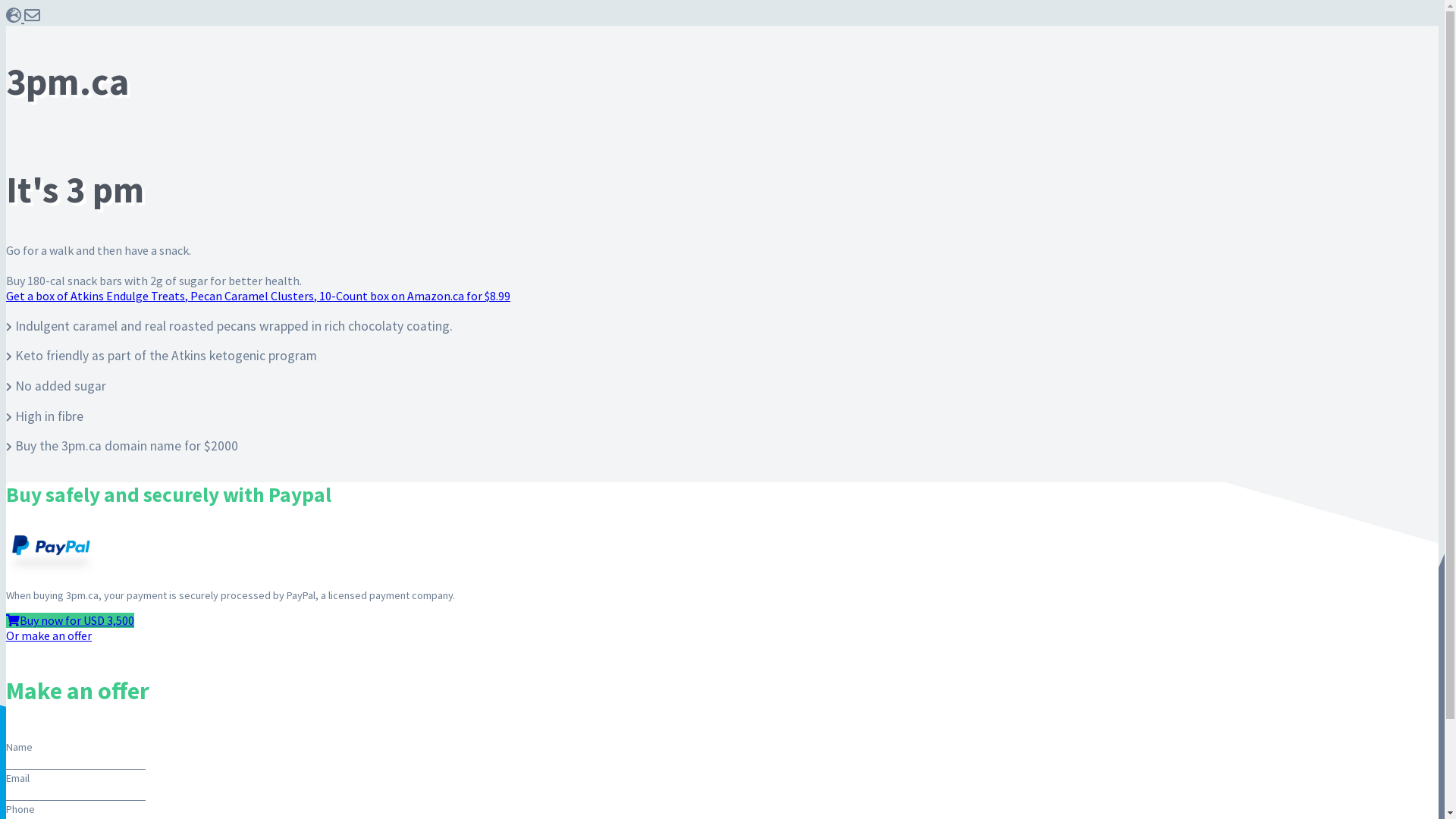 The width and height of the screenshot is (1456, 819). What do you see at coordinates (49, 635) in the screenshot?
I see `'Or make an offer'` at bounding box center [49, 635].